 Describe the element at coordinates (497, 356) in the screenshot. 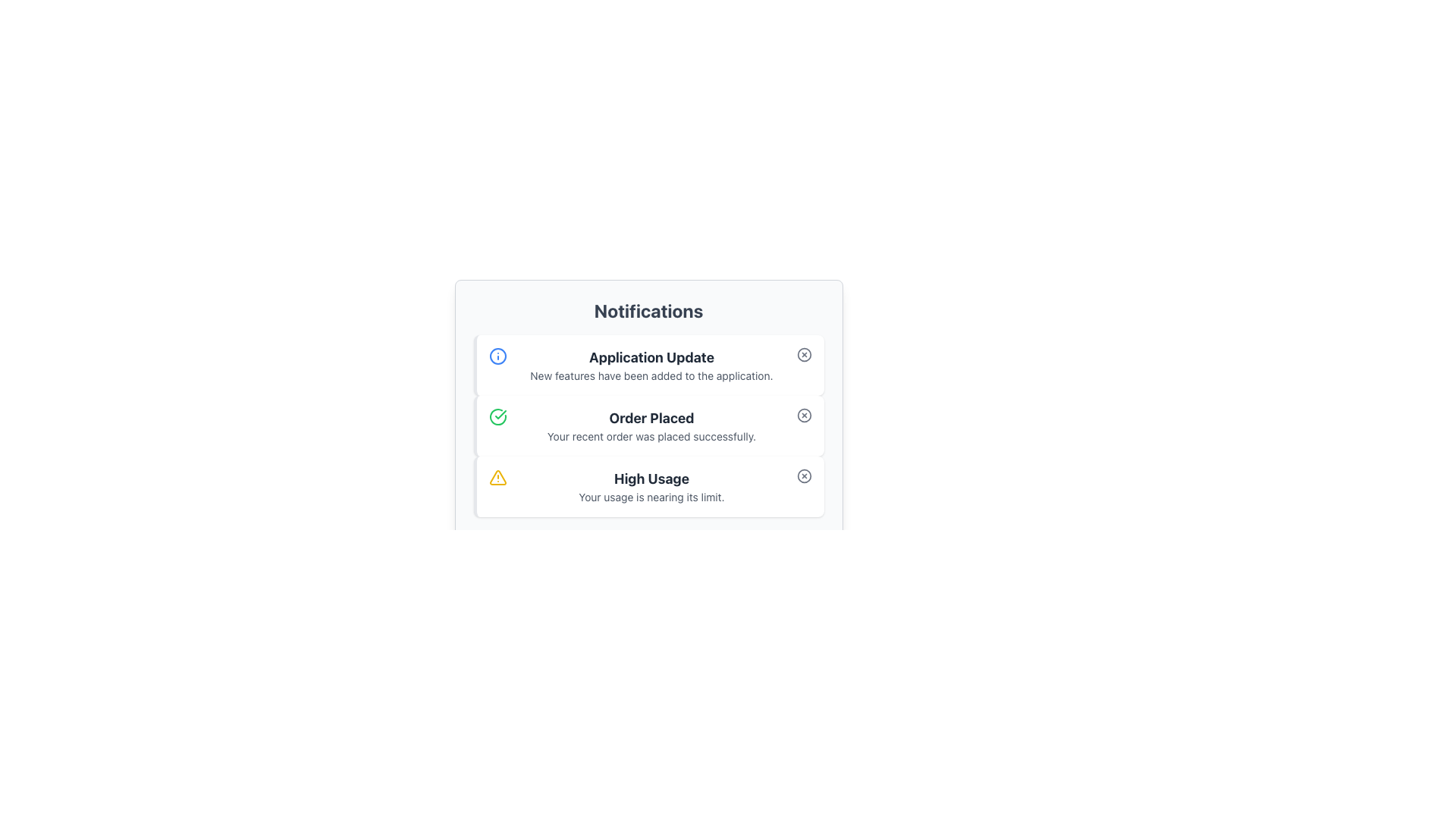

I see `the circular blue outlined 'info' icon located to the left of the 'Application Update' title in the notification card` at that location.